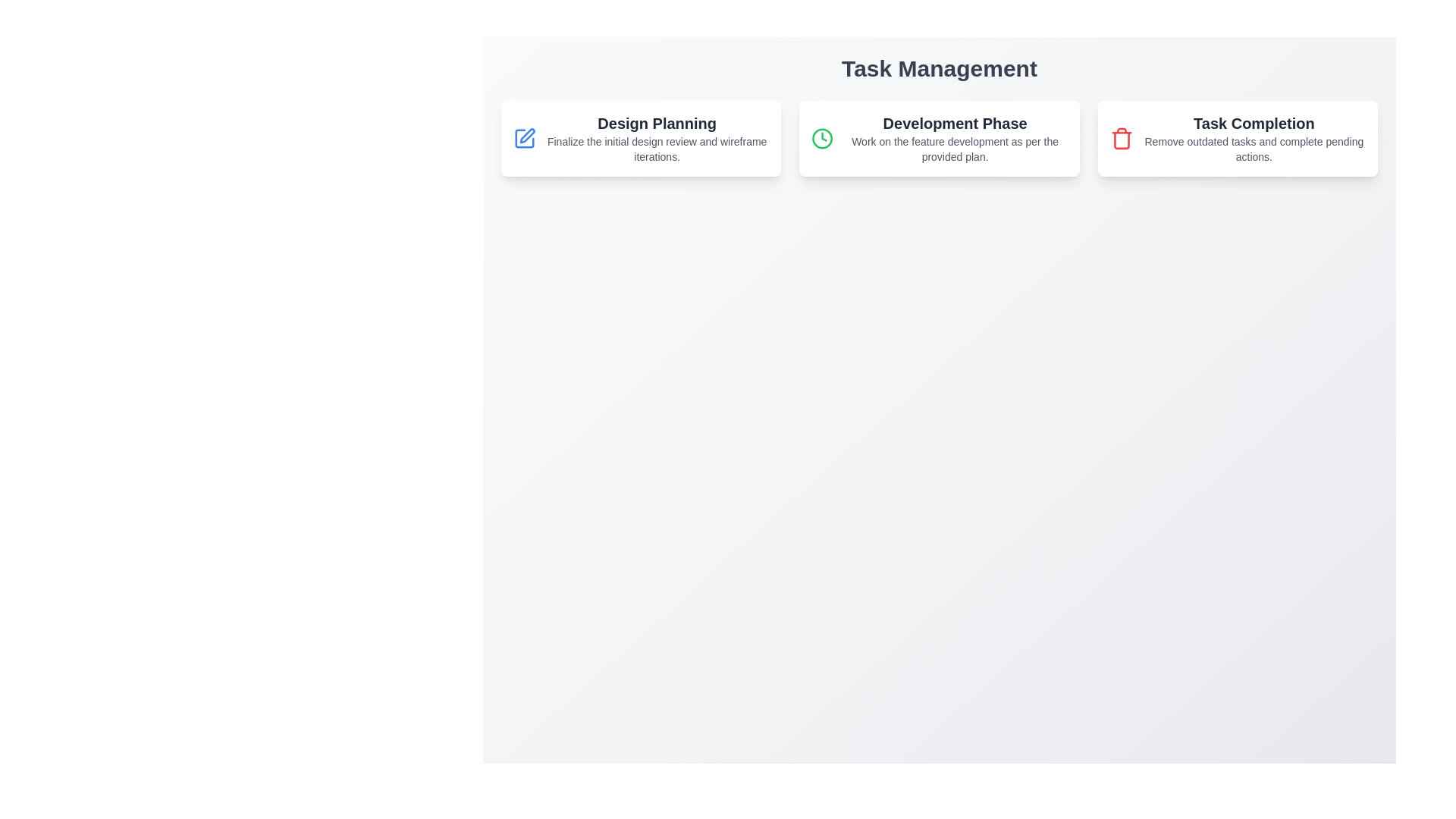  What do you see at coordinates (657, 149) in the screenshot?
I see `the text element that reads 'Finalize the initial design review and wireframe iterations.' positioned below the heading 'Design Planning.'` at bounding box center [657, 149].